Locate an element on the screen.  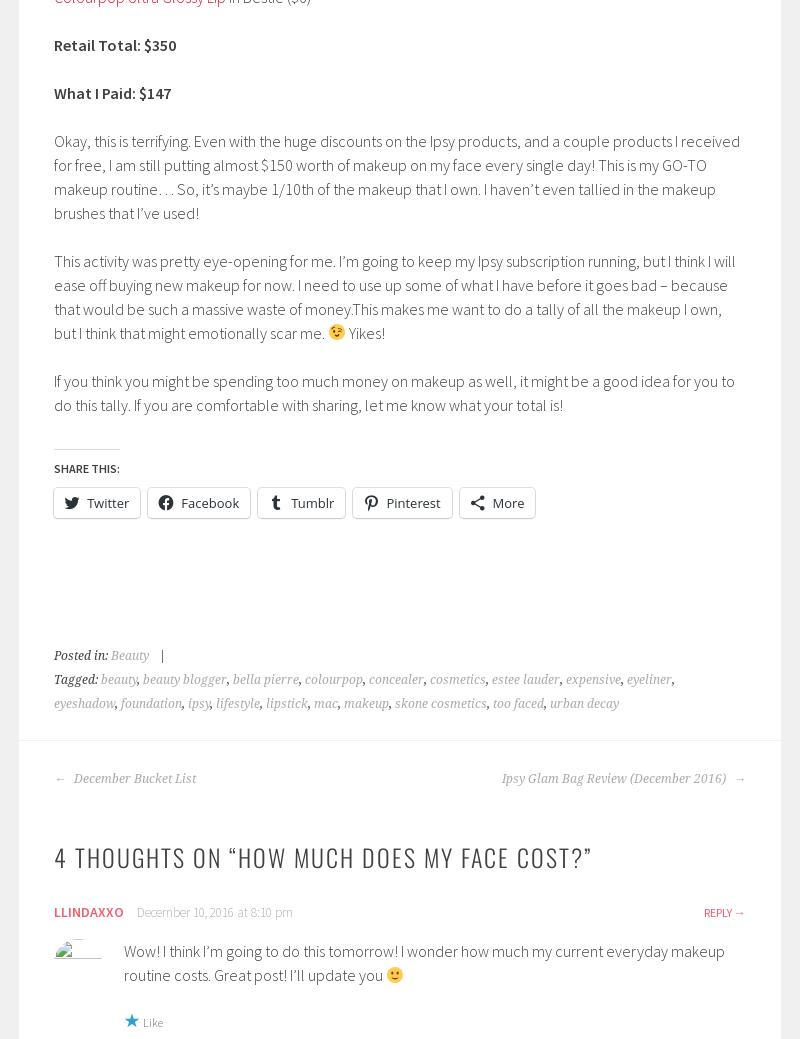
'eyeshadow' is located at coordinates (84, 701).